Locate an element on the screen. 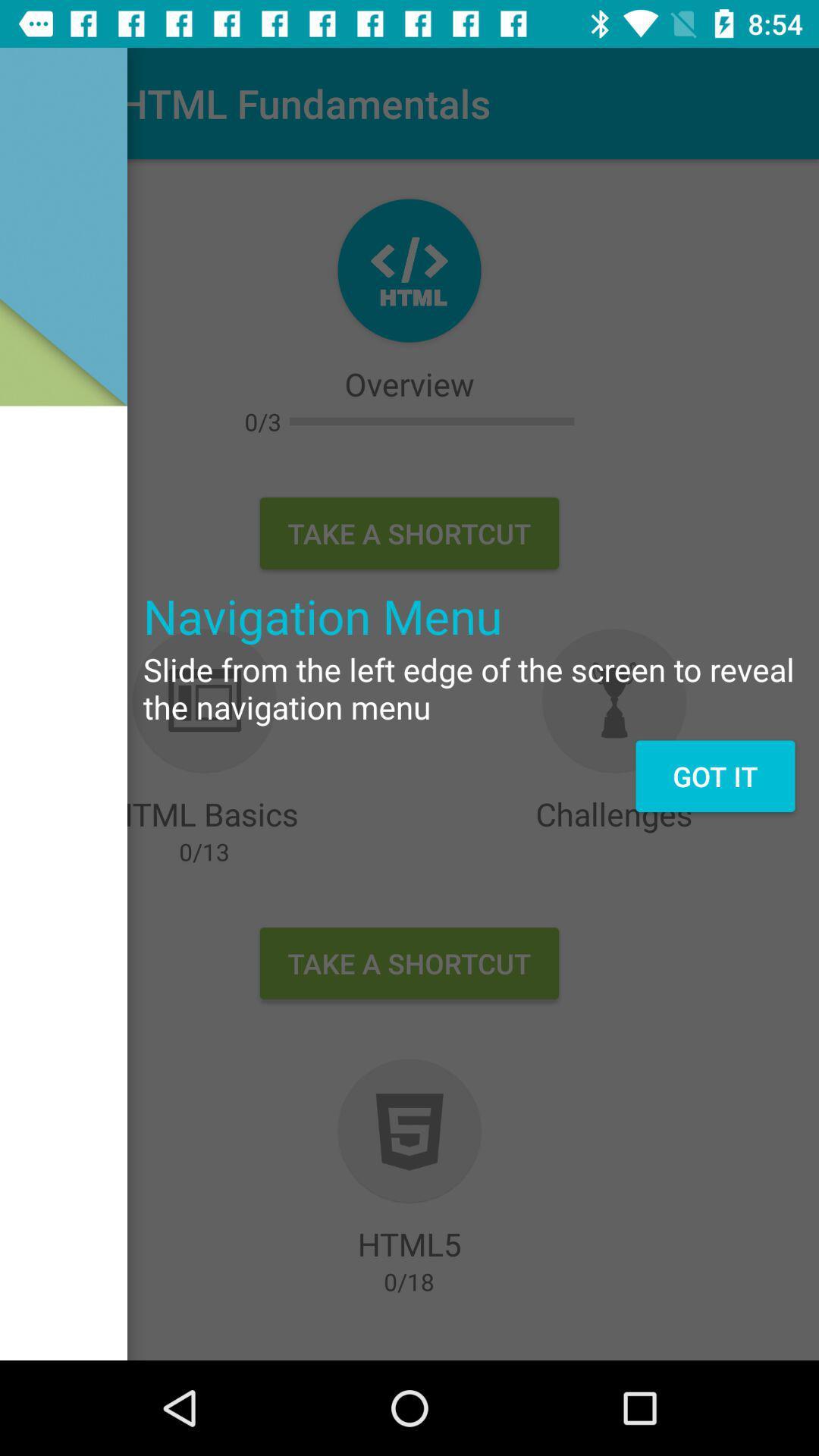  got it item is located at coordinates (715, 776).